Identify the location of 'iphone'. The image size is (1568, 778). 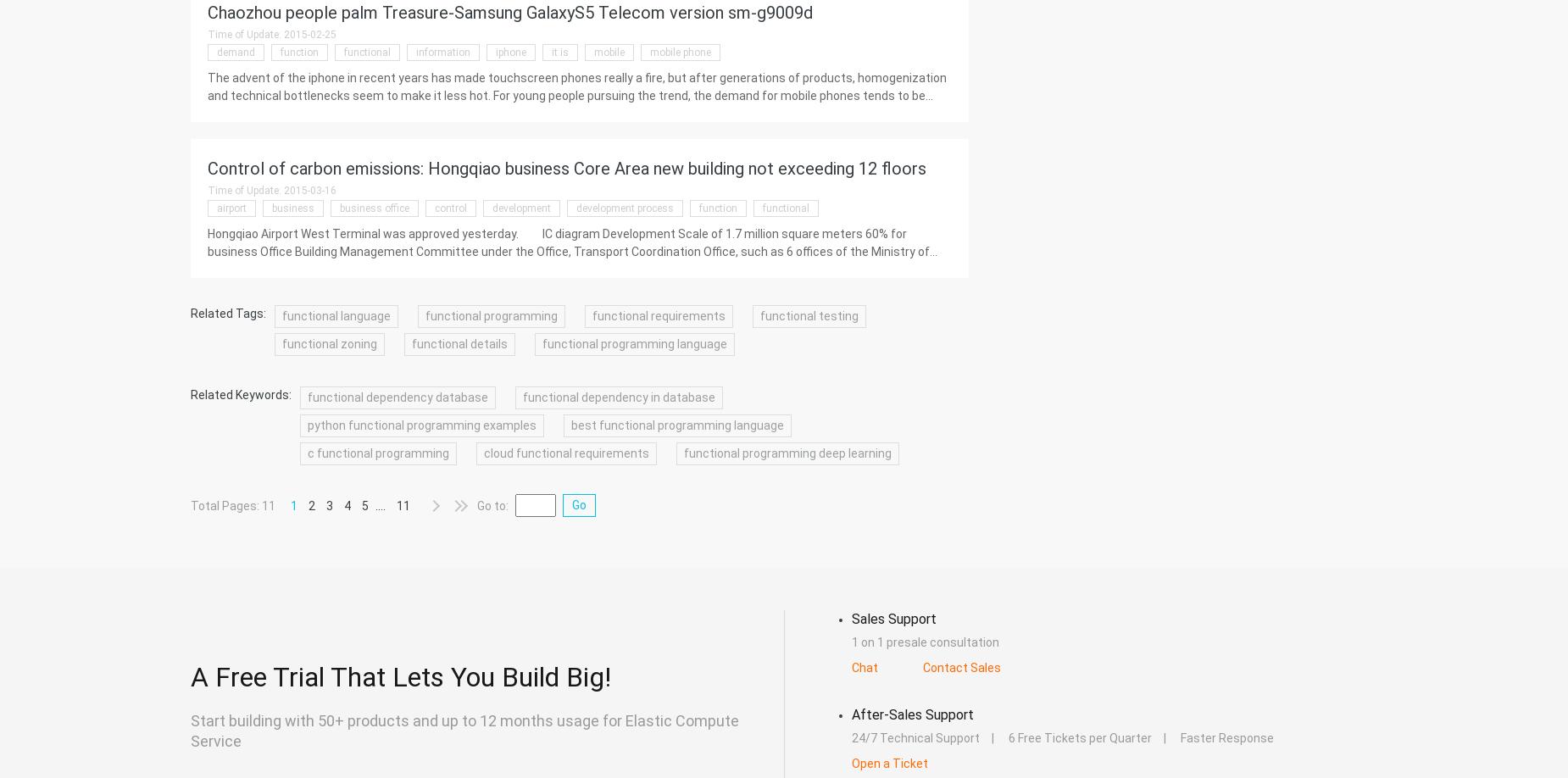
(510, 52).